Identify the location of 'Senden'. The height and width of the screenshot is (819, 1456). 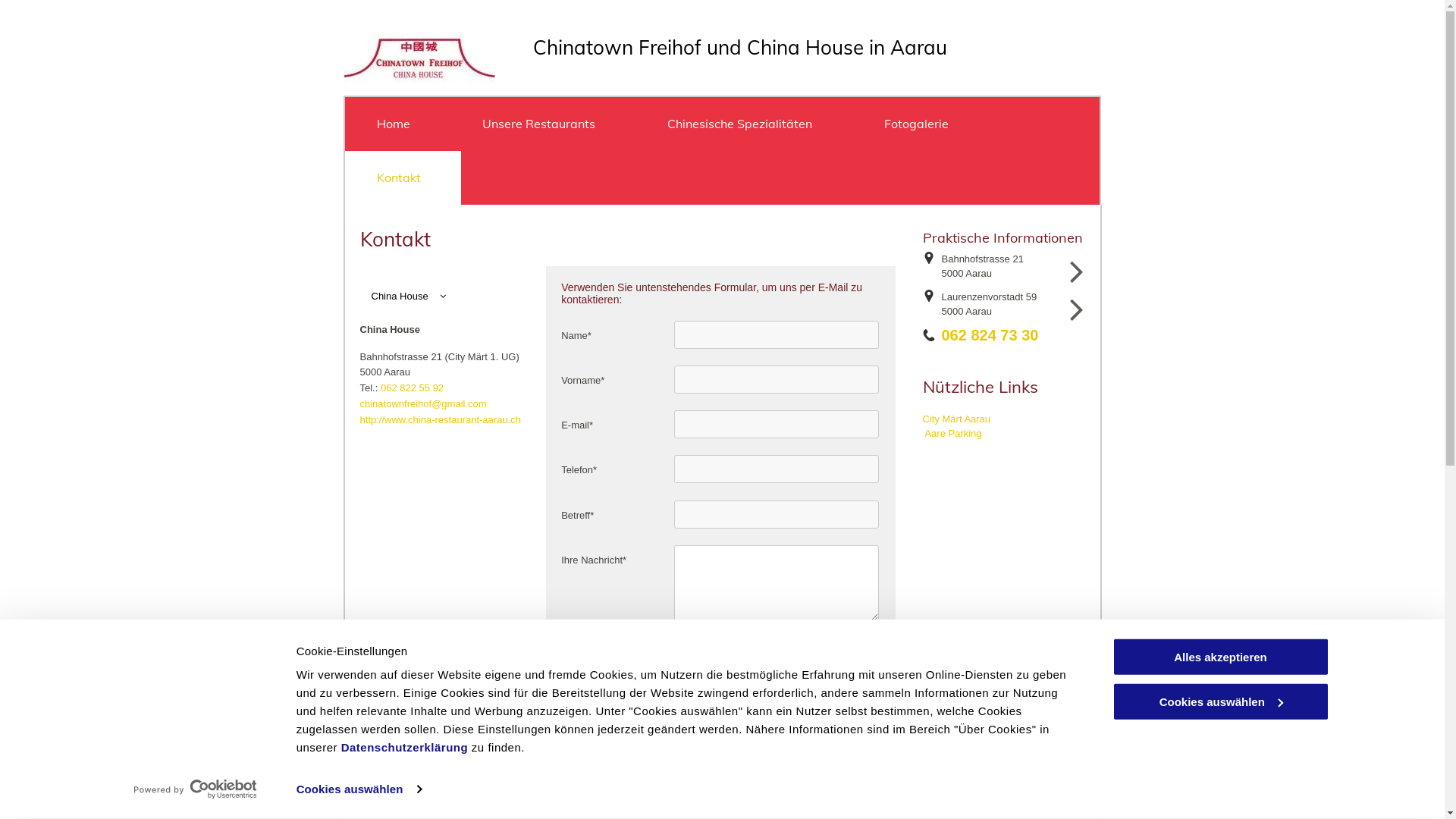
(563, 660).